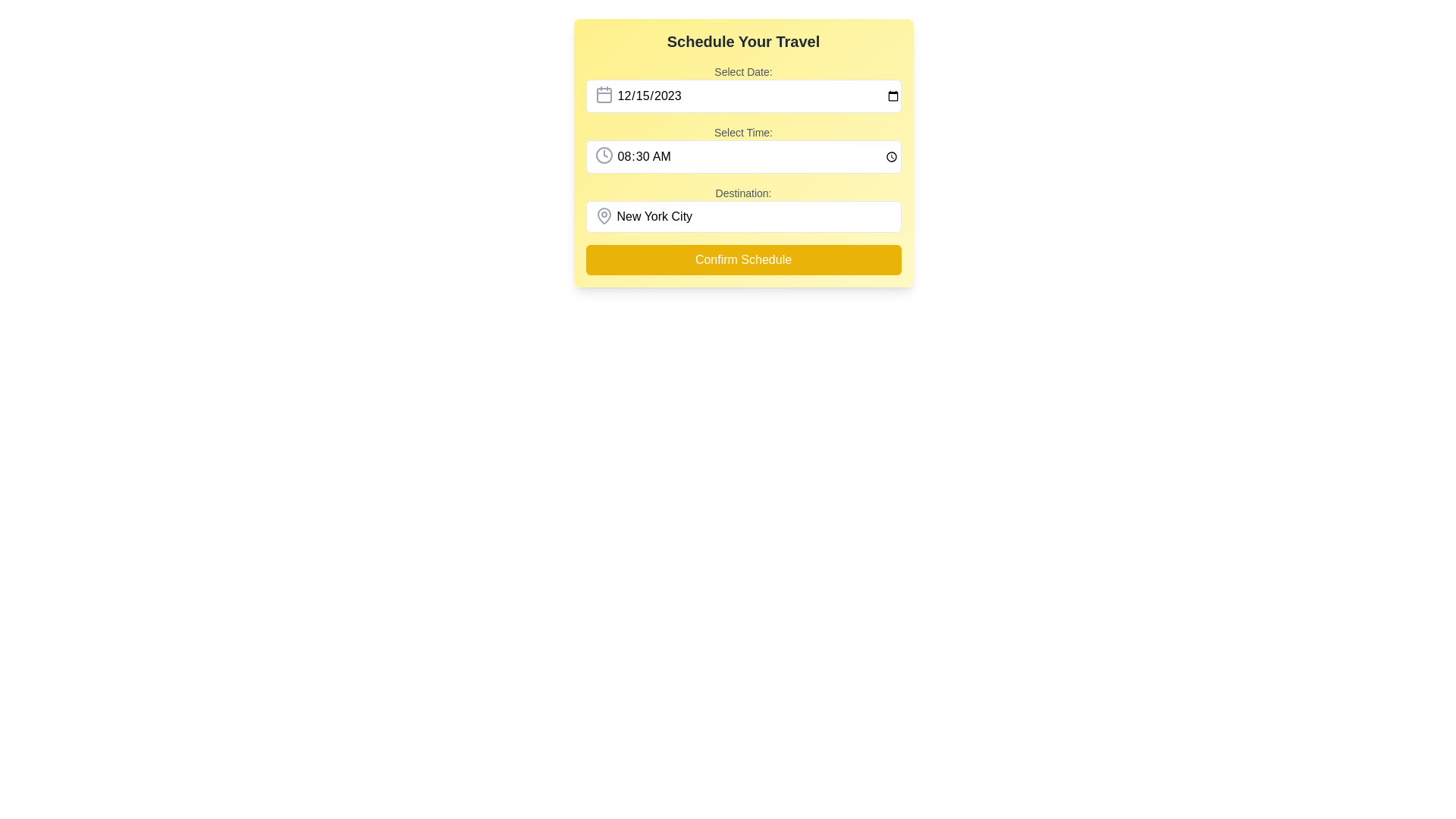 This screenshot has height=819, width=1456. I want to click on to select text within the Date input field displaying '12/15/2023', which is located in a yellow-themed section titled 'Schedule Your Travel', so click(743, 96).